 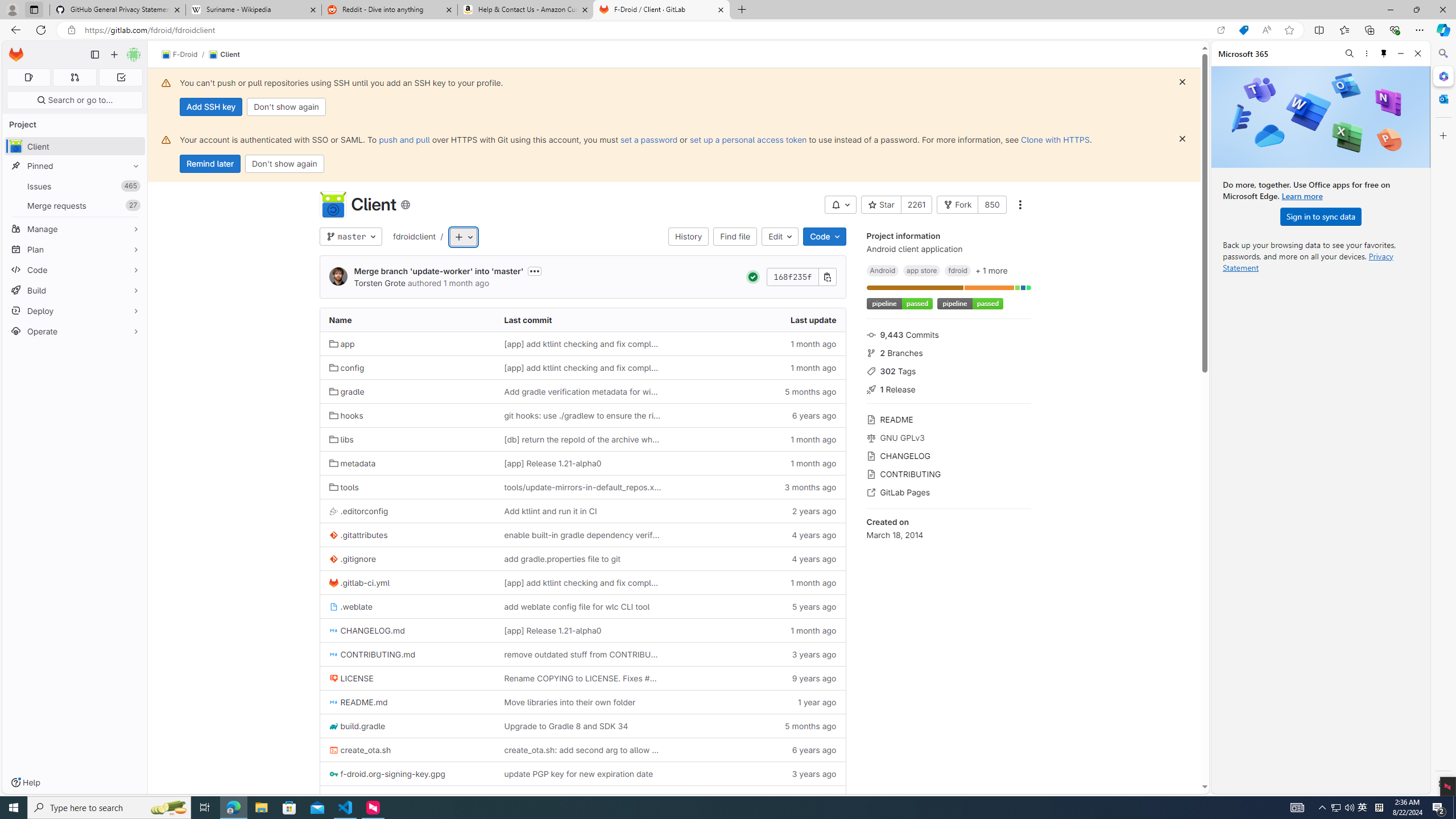 I want to click on 'Suriname - Wikipedia', so click(x=253, y=9).